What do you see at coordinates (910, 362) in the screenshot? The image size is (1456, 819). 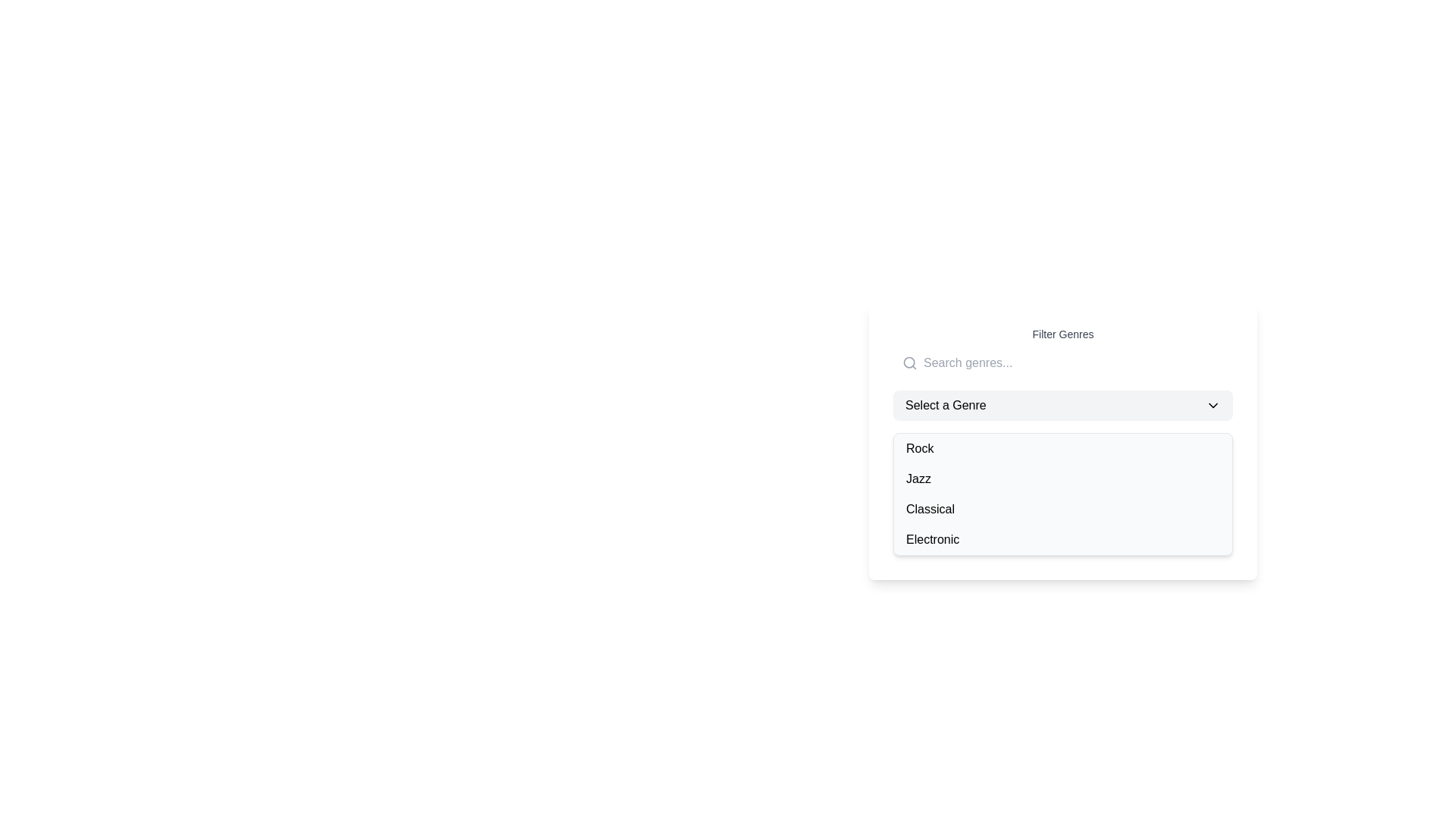 I see `the magnifying glass icon located to the far left of the search input field` at bounding box center [910, 362].